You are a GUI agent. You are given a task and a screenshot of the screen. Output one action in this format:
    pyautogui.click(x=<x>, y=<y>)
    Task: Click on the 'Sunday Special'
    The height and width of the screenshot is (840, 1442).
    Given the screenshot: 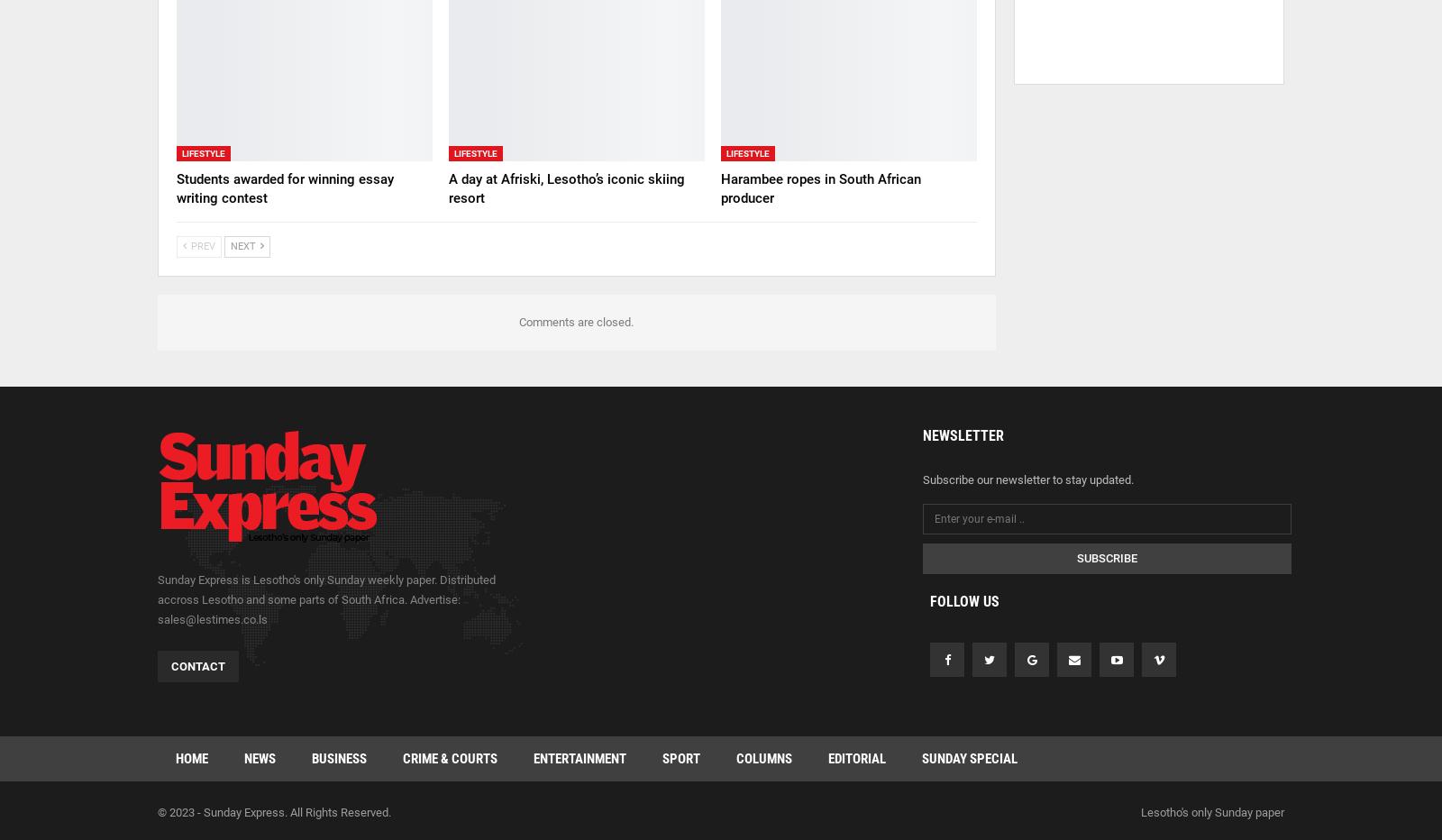 What is the action you would take?
    pyautogui.click(x=970, y=757)
    